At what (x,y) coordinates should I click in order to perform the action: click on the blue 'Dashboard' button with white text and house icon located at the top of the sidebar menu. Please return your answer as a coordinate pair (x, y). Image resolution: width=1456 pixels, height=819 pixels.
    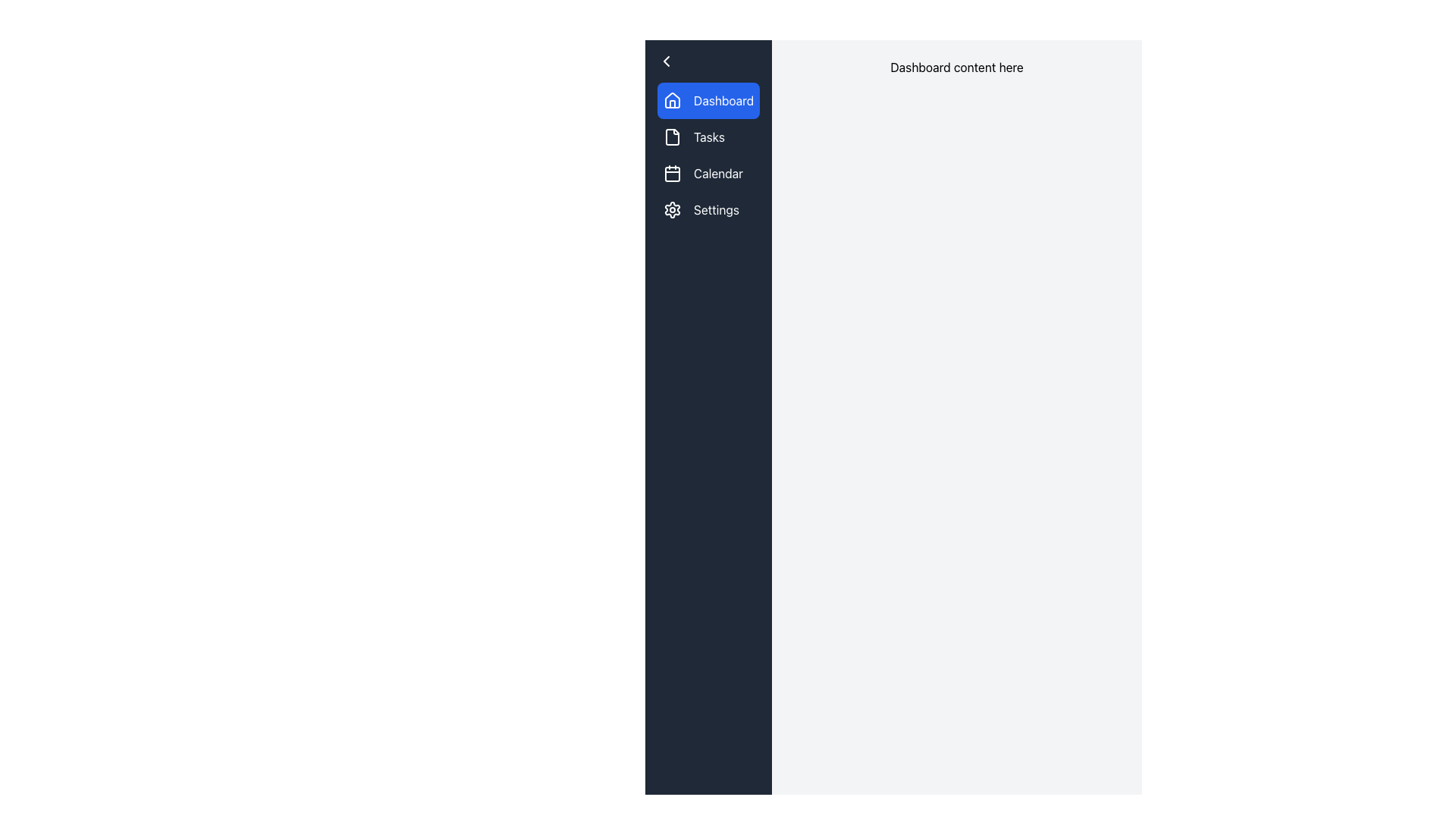
    Looking at the image, I should click on (708, 100).